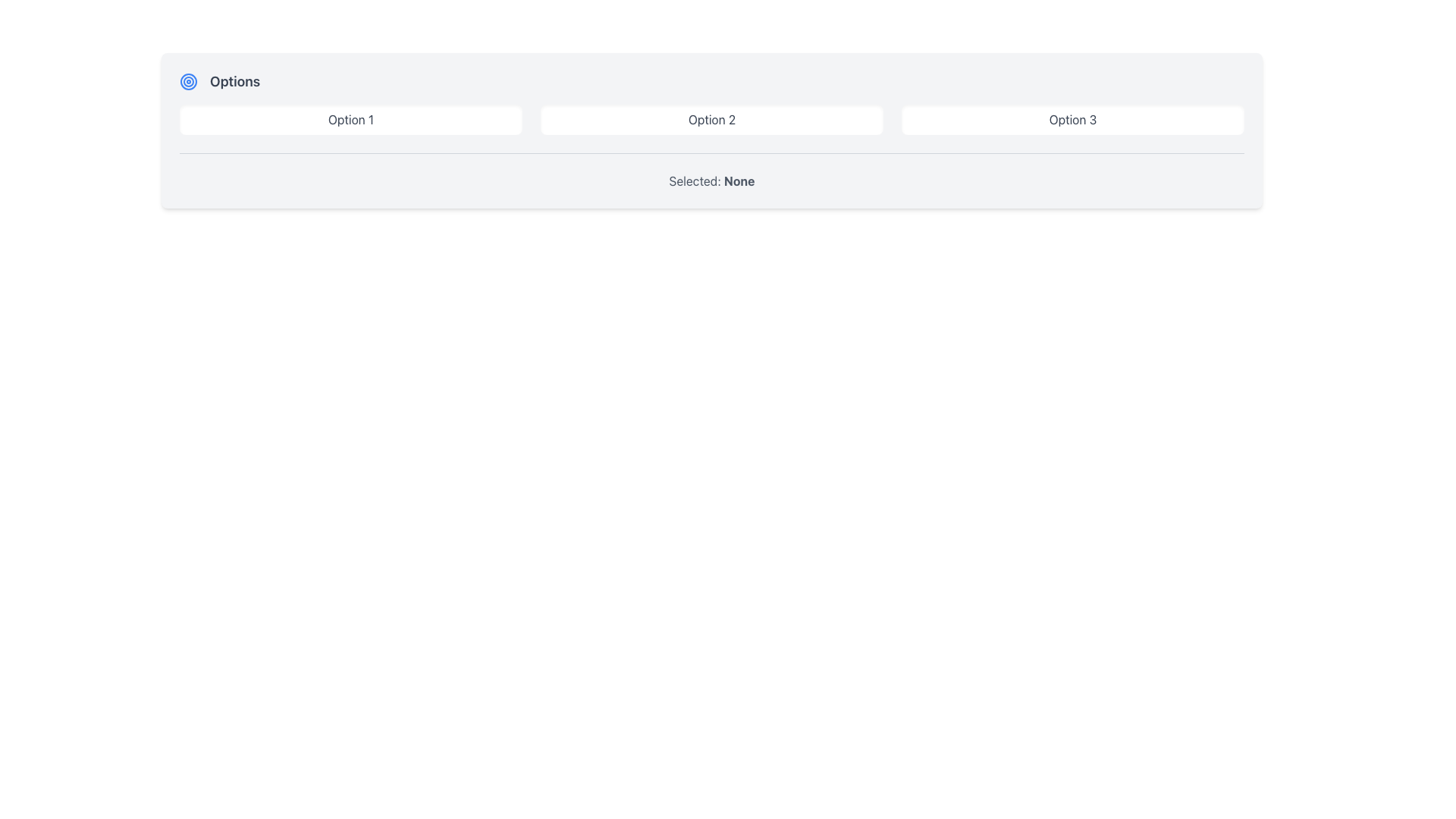 Image resolution: width=1456 pixels, height=819 pixels. What do you see at coordinates (350, 119) in the screenshot?
I see `the 'Option 1' button-like selector, which has a white background, rounded corners, and displays the text 'Option 1' in gray font` at bounding box center [350, 119].